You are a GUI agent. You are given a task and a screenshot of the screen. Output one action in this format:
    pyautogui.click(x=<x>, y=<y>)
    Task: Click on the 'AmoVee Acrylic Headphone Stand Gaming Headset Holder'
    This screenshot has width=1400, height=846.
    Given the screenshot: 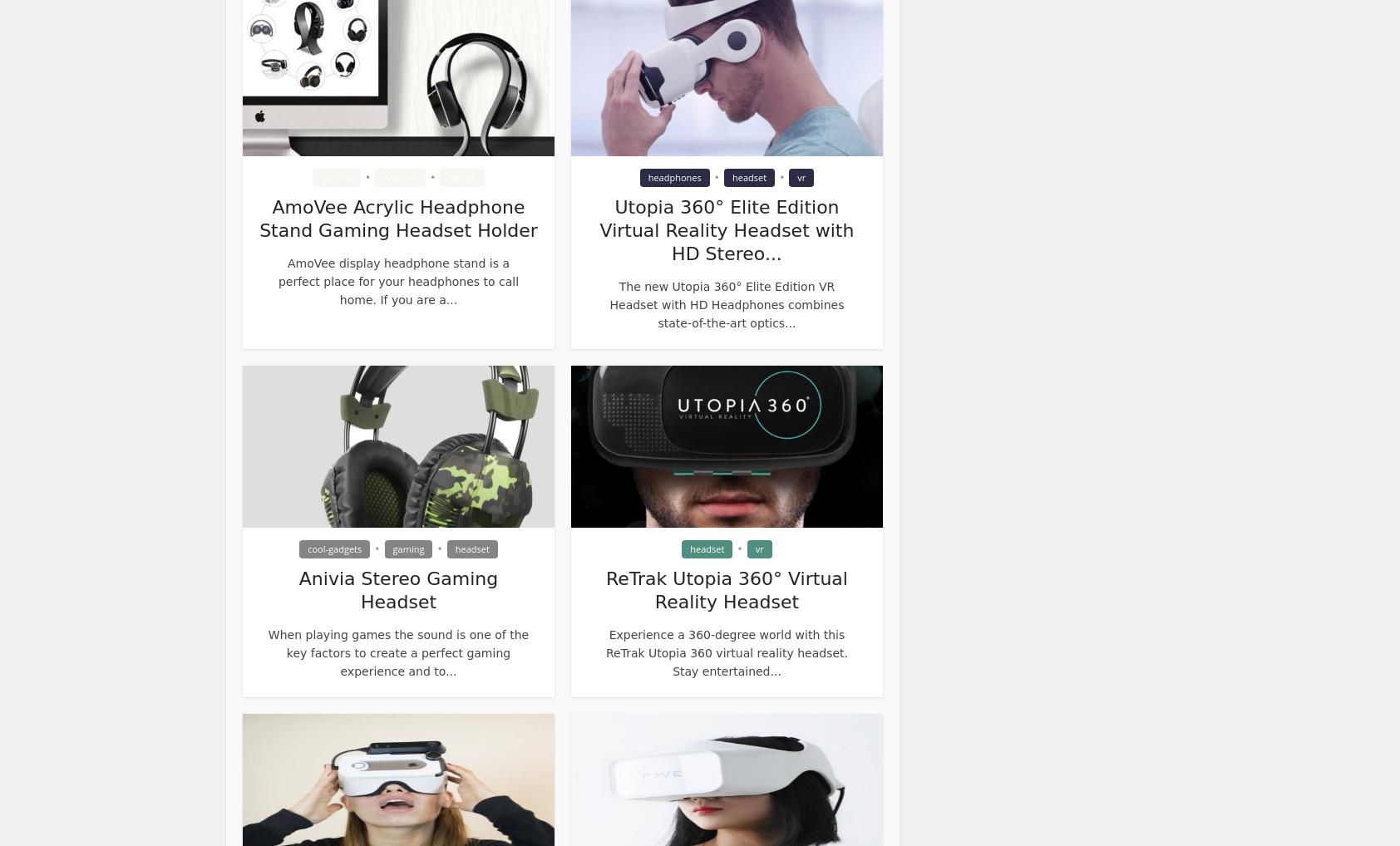 What is the action you would take?
    pyautogui.click(x=397, y=219)
    